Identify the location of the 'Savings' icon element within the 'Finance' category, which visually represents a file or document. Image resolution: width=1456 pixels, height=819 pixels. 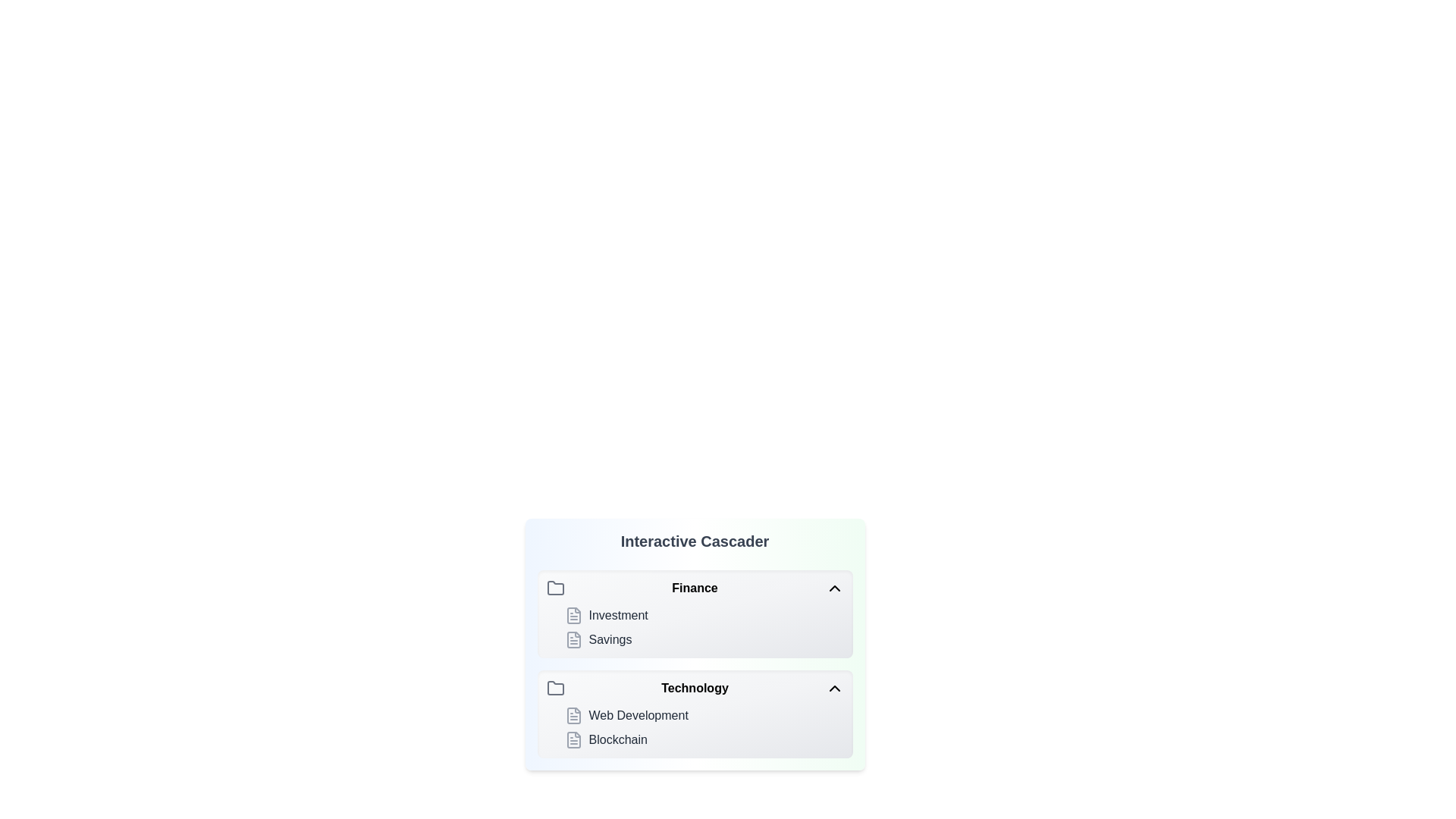
(573, 640).